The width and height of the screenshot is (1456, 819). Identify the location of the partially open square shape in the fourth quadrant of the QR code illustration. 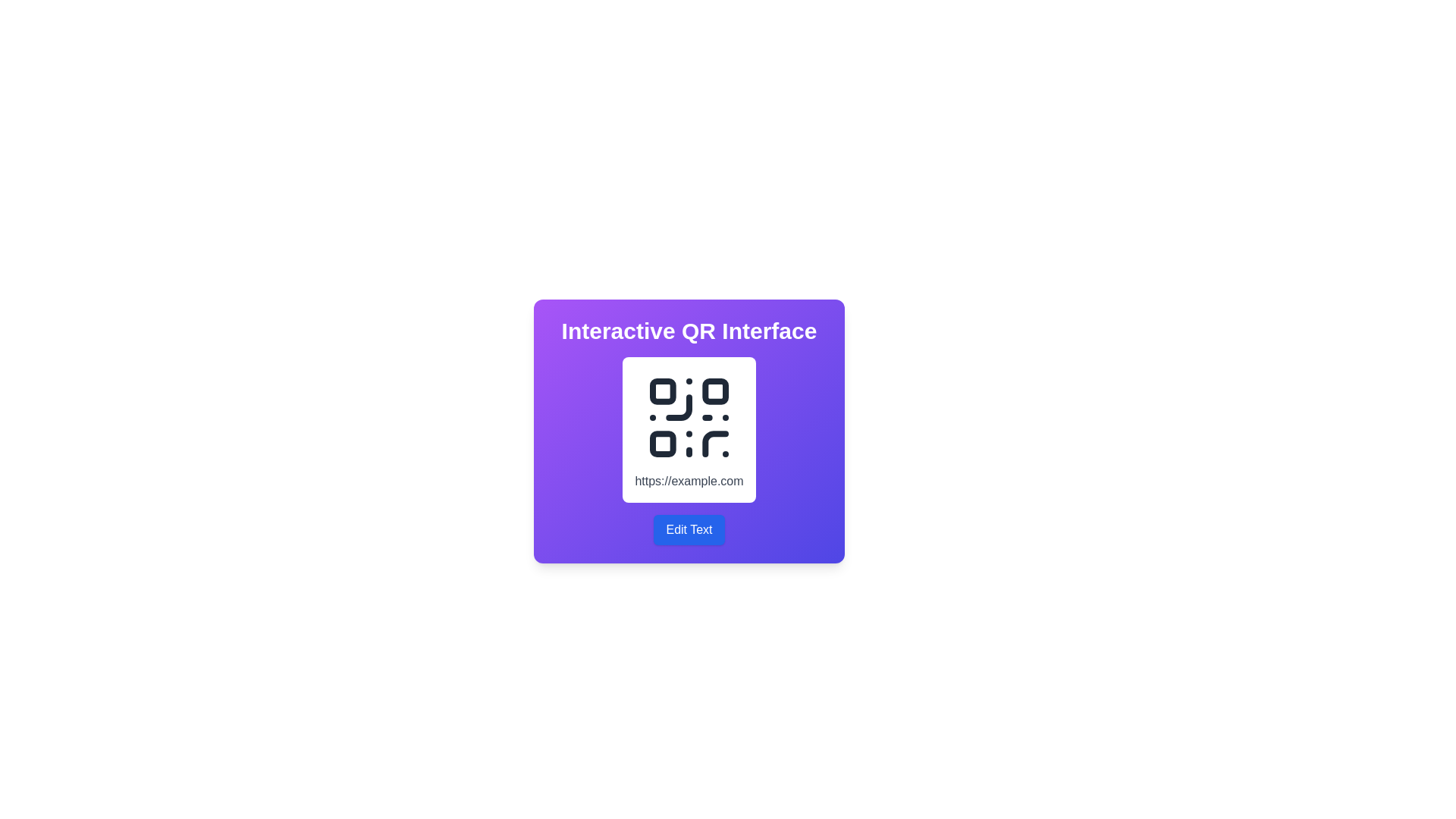
(714, 444).